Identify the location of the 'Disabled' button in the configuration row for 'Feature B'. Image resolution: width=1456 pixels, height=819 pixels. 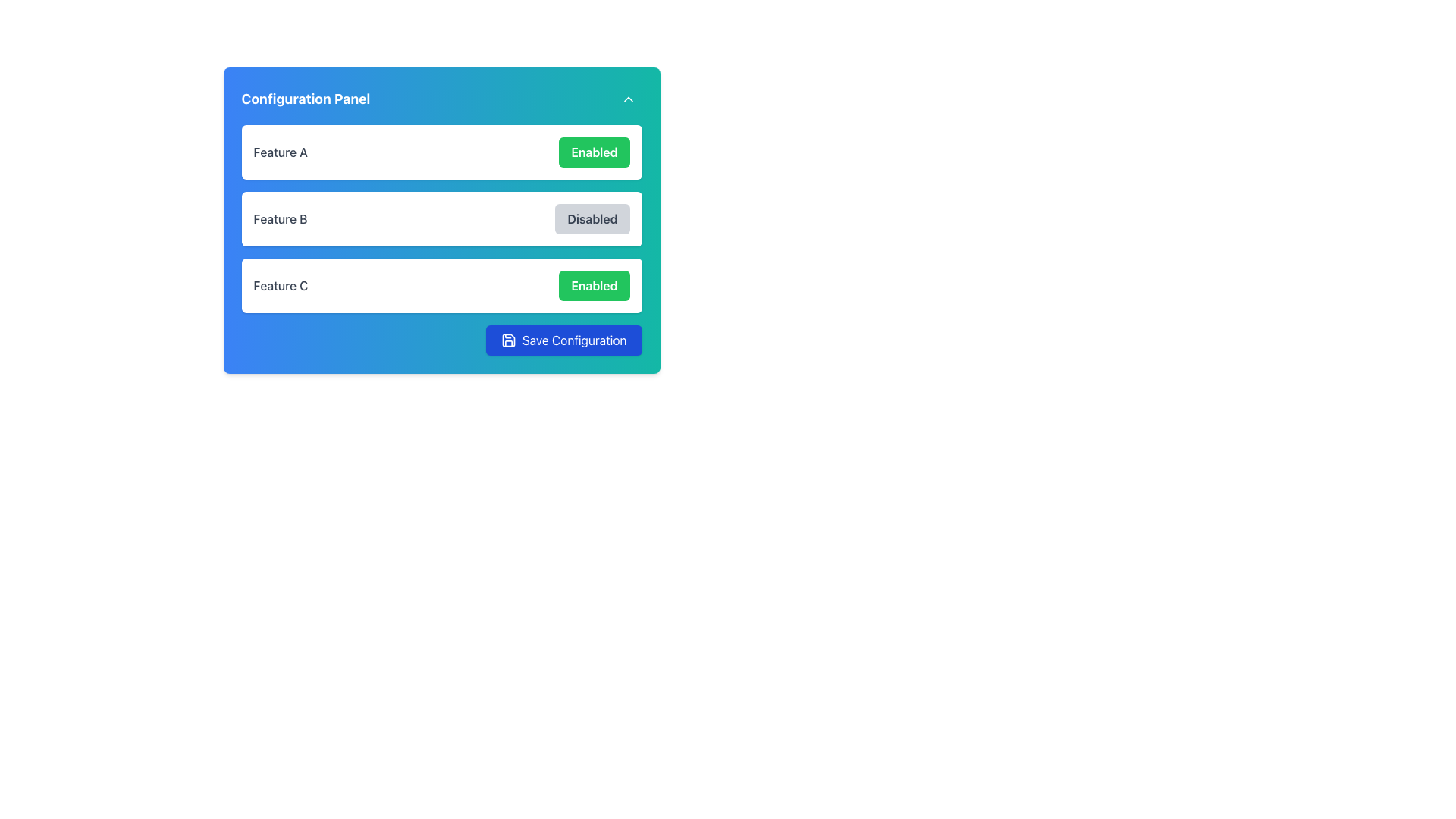
(441, 220).